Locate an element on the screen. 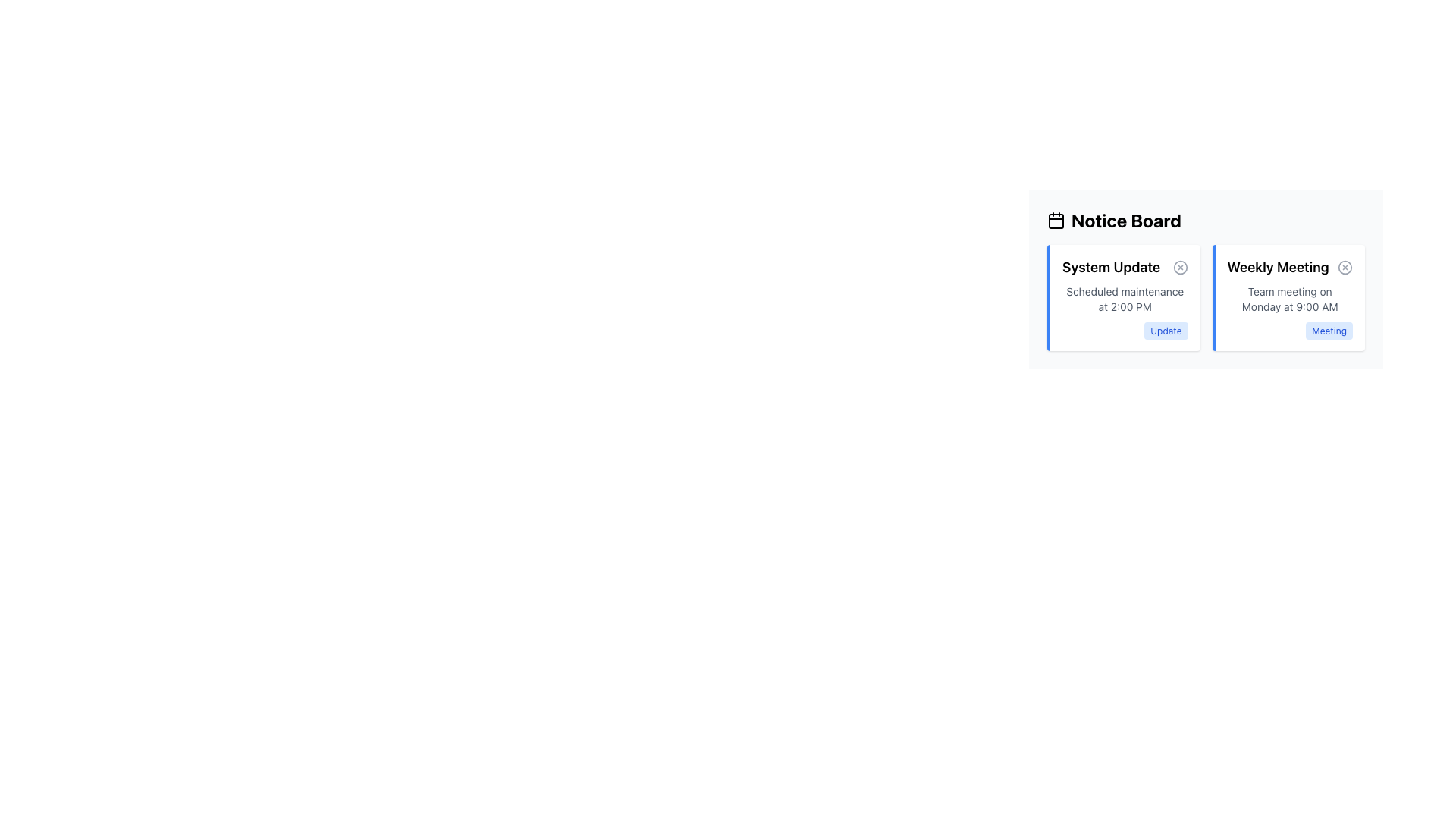 Image resolution: width=1456 pixels, height=819 pixels. the circular graphic element that indicates the cancel or close functionality, located inside the icon to the right of the 'System Update' heading is located at coordinates (1179, 267).